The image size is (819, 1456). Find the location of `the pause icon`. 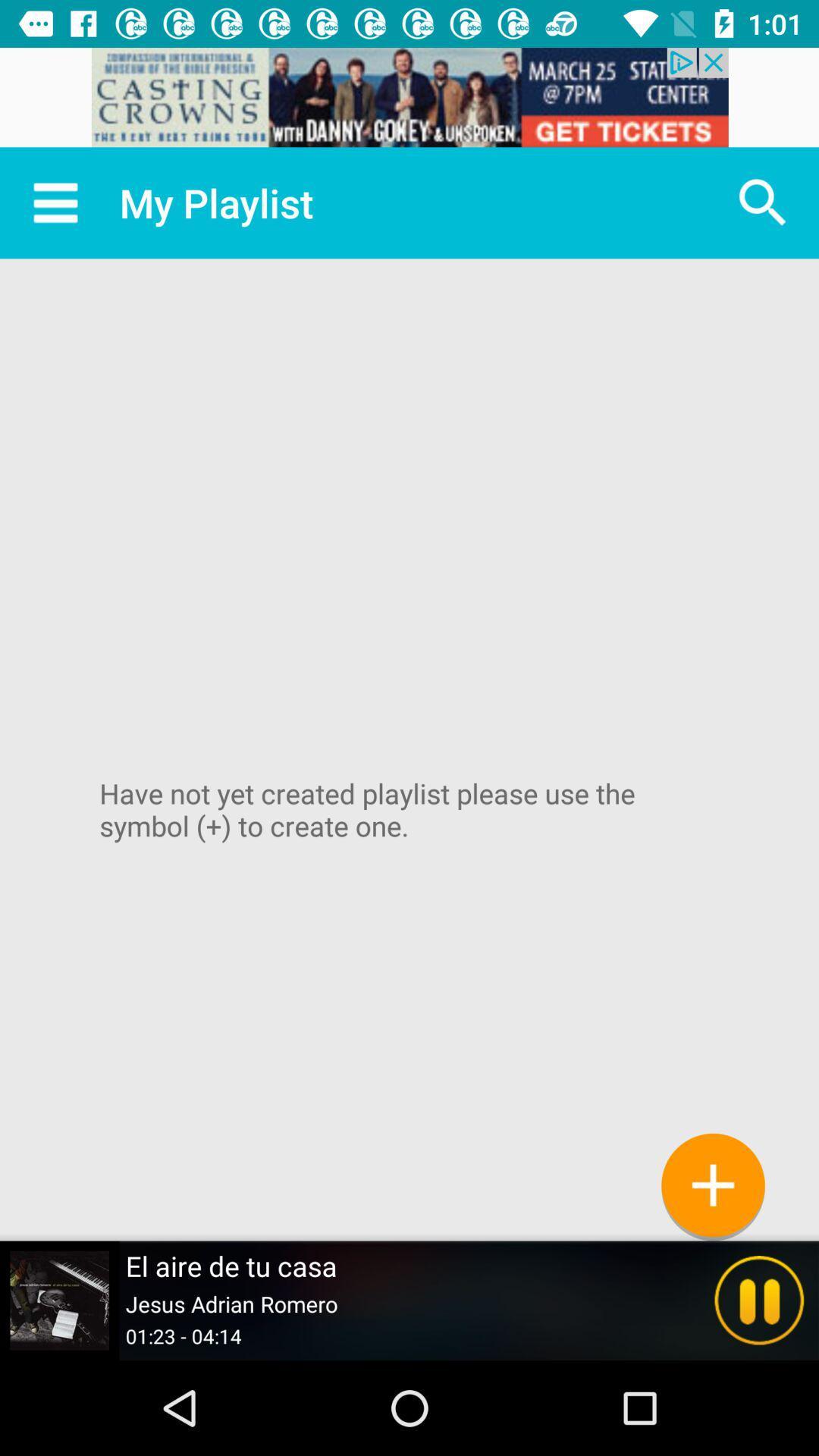

the pause icon is located at coordinates (759, 1300).